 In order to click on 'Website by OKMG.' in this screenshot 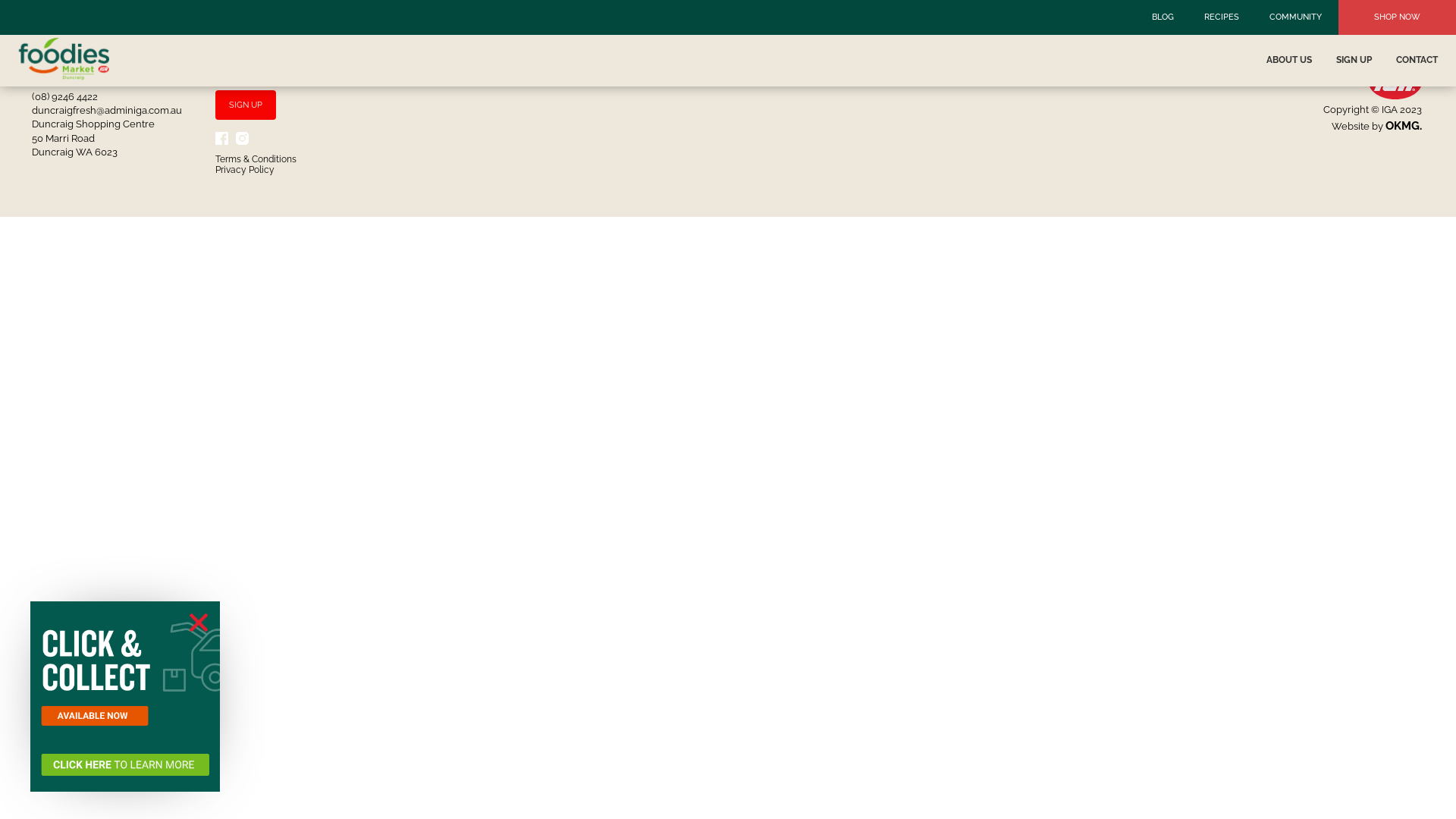, I will do `click(1331, 124)`.